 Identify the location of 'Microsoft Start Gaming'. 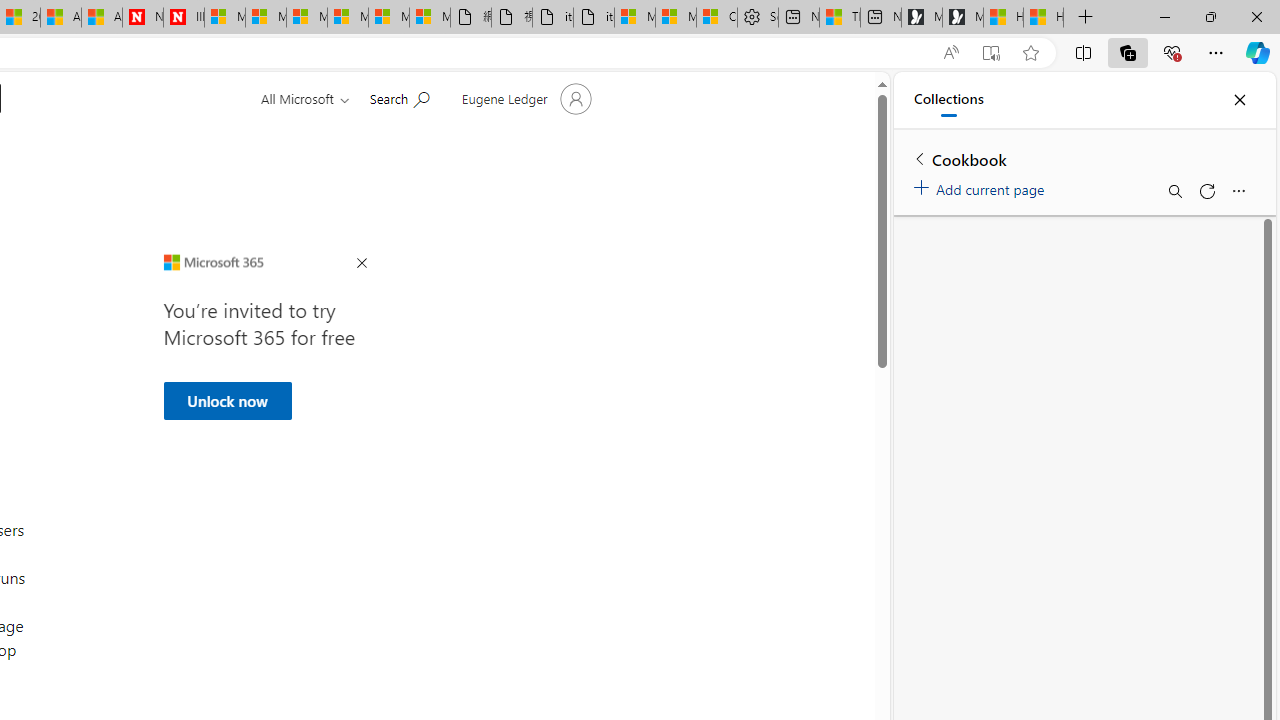
(963, 17).